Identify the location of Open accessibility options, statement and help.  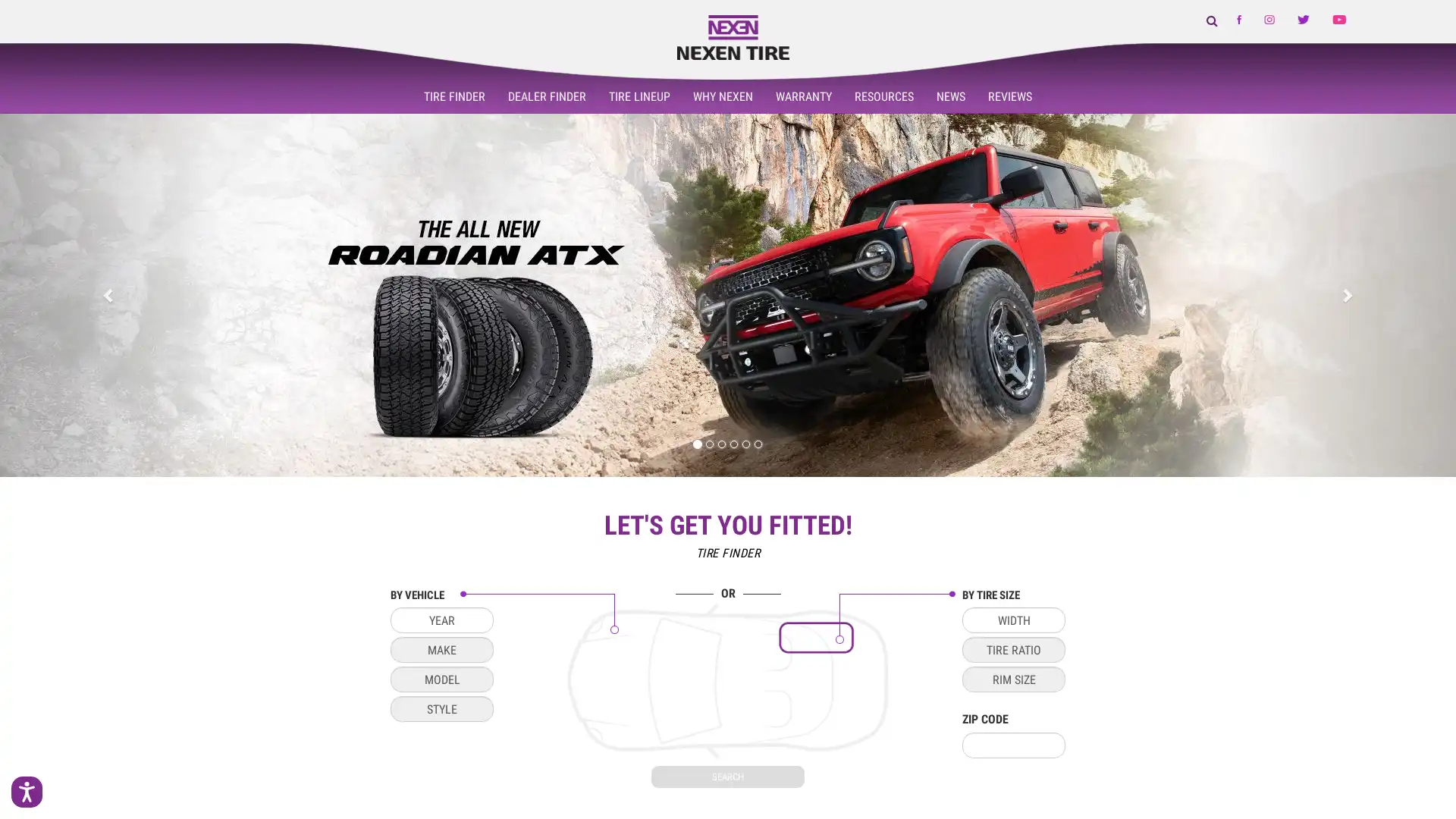
(32, 786).